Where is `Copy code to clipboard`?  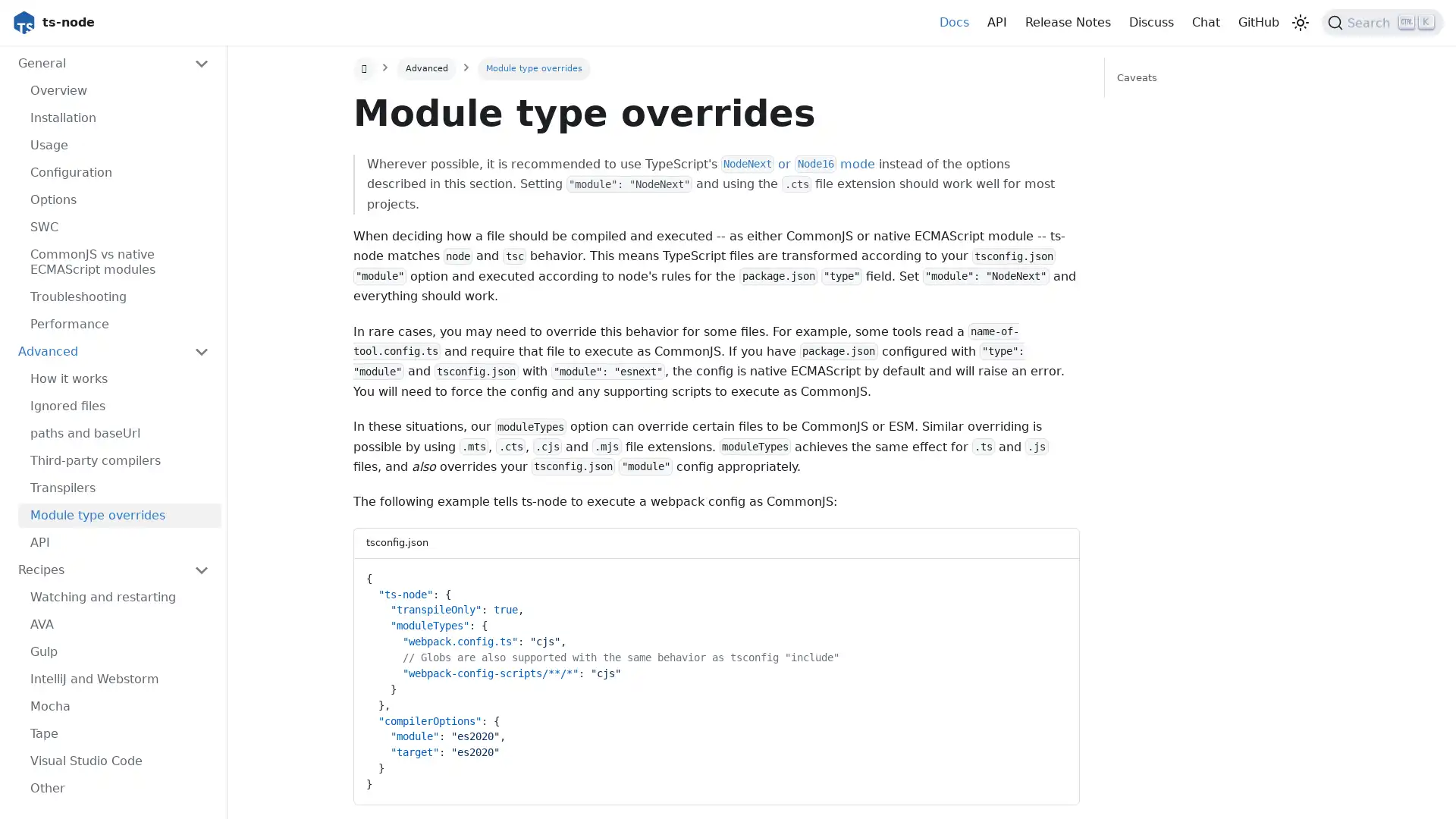
Copy code to clipboard is located at coordinates (1053, 575).